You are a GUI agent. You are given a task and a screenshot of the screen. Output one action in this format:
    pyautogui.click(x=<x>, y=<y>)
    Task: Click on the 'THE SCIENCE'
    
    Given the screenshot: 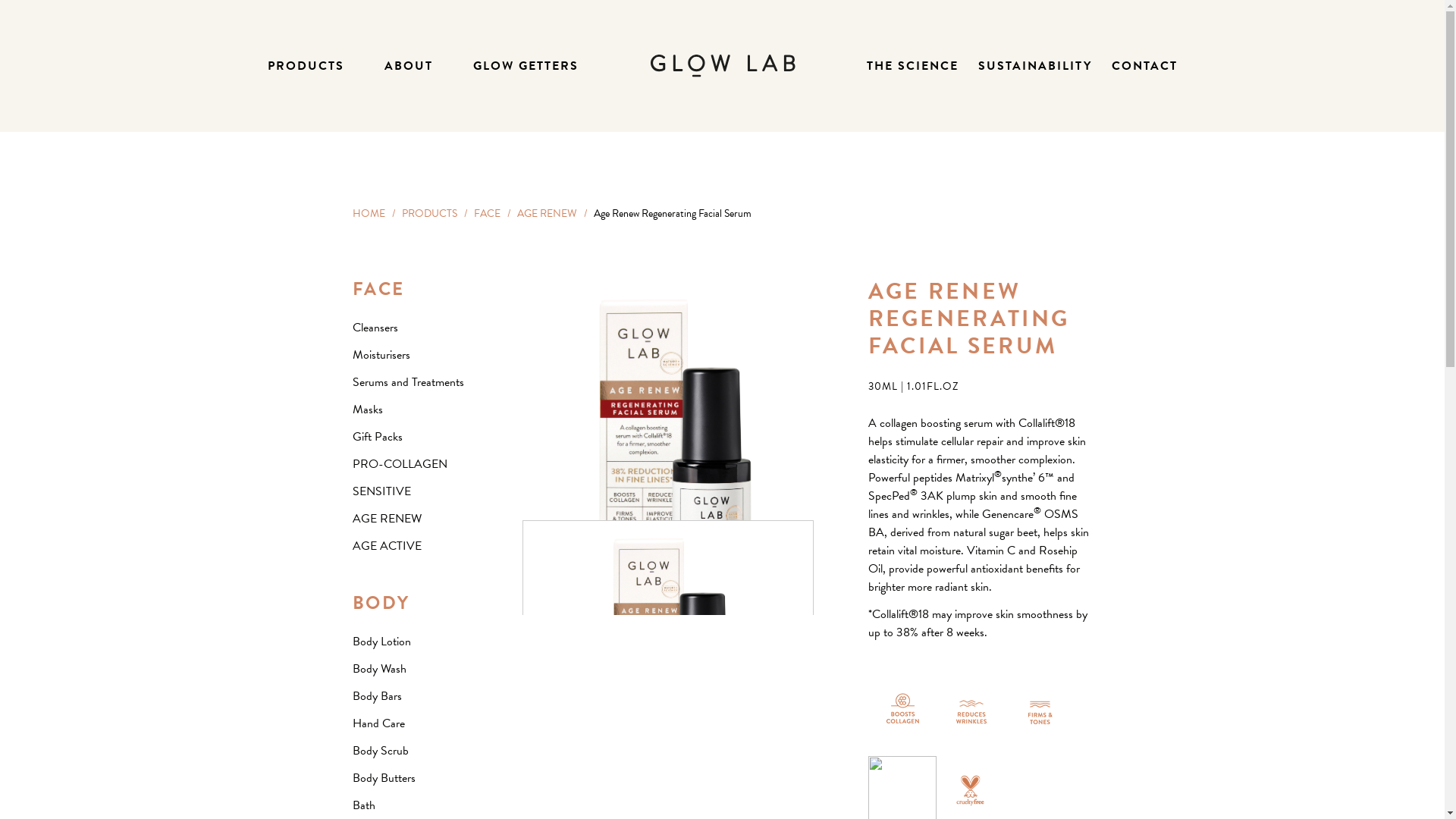 What is the action you would take?
    pyautogui.click(x=911, y=65)
    